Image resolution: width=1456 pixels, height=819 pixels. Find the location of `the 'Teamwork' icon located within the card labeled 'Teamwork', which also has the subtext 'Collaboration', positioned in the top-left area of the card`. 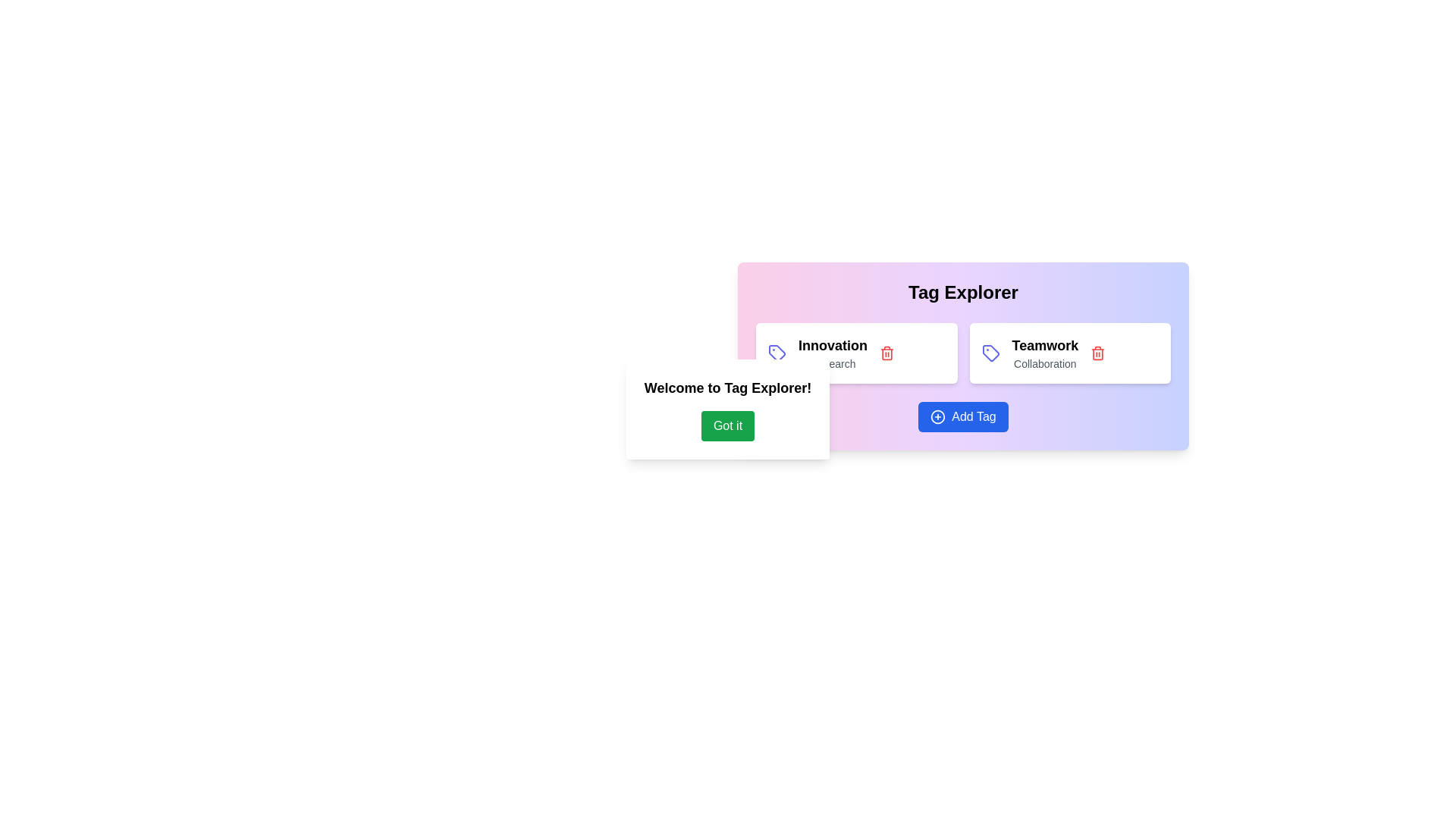

the 'Teamwork' icon located within the card labeled 'Teamwork', which also has the subtext 'Collaboration', positioned in the top-left area of the card is located at coordinates (990, 353).